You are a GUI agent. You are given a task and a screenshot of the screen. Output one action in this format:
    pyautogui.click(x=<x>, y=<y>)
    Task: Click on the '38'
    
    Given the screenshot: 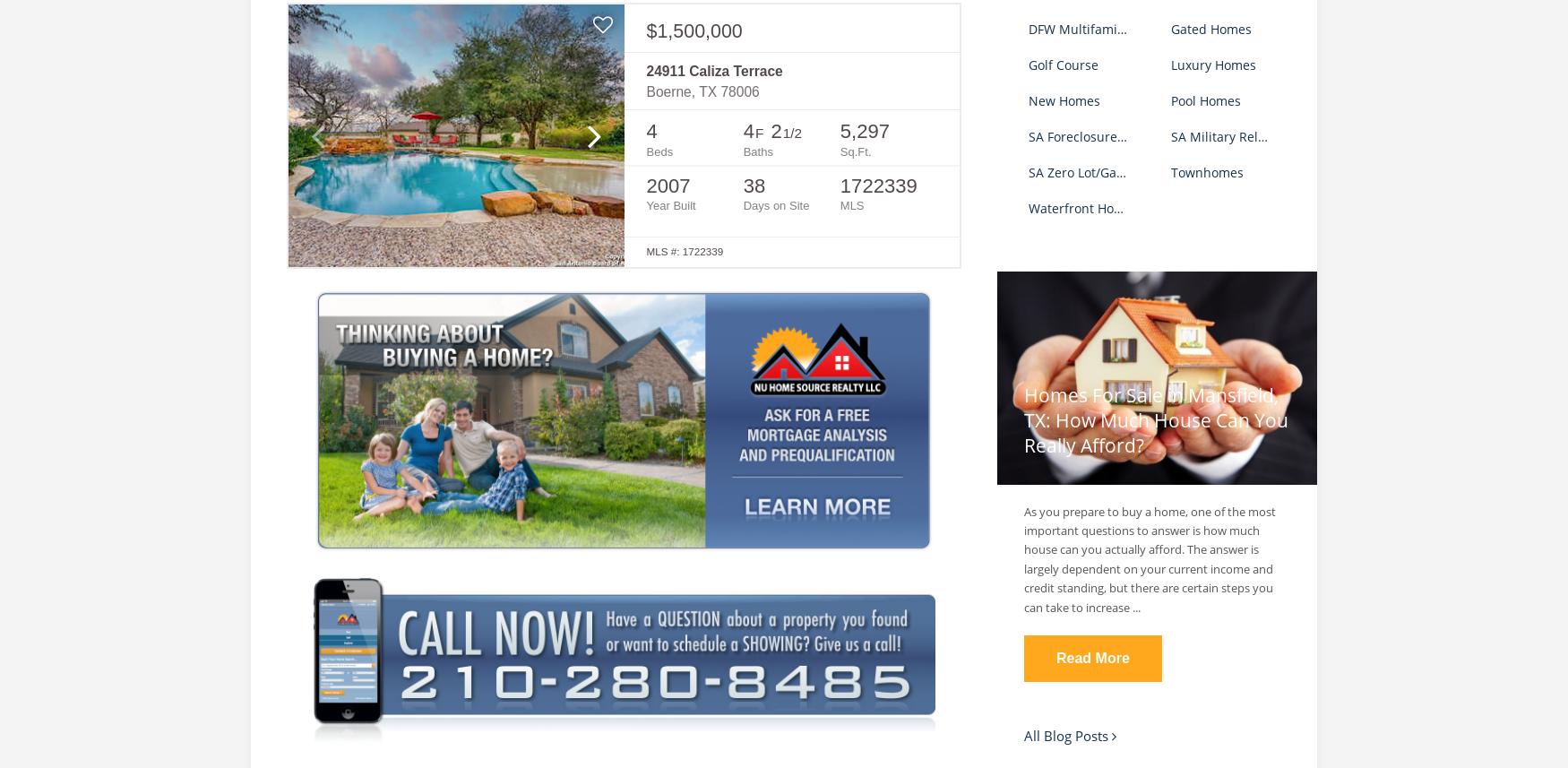 What is the action you would take?
    pyautogui.click(x=754, y=184)
    